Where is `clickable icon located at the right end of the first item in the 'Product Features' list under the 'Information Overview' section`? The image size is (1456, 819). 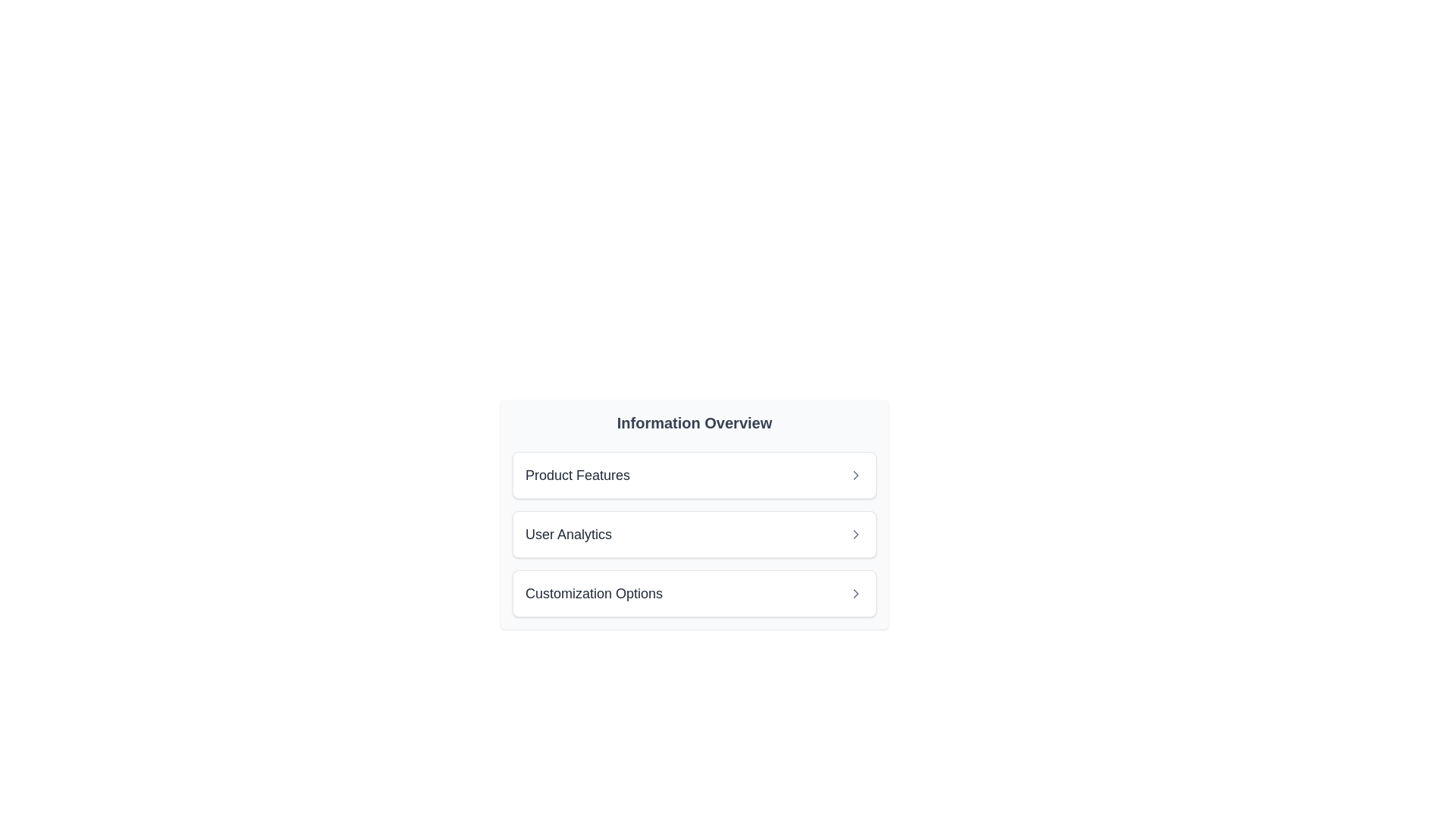
clickable icon located at the right end of the first item in the 'Product Features' list under the 'Information Overview' section is located at coordinates (855, 475).